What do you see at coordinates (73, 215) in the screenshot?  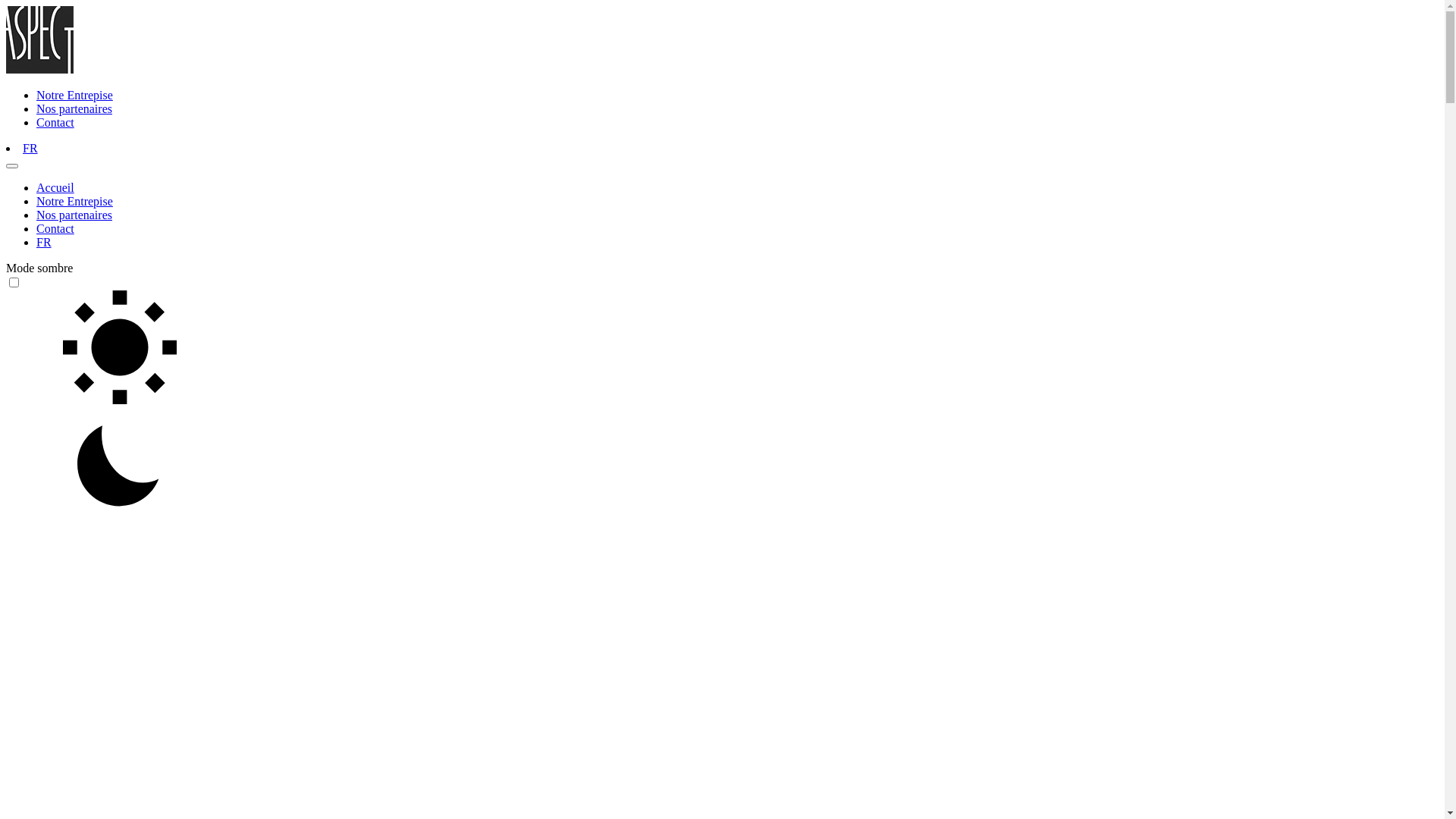 I see `'Nos partenaires'` at bounding box center [73, 215].